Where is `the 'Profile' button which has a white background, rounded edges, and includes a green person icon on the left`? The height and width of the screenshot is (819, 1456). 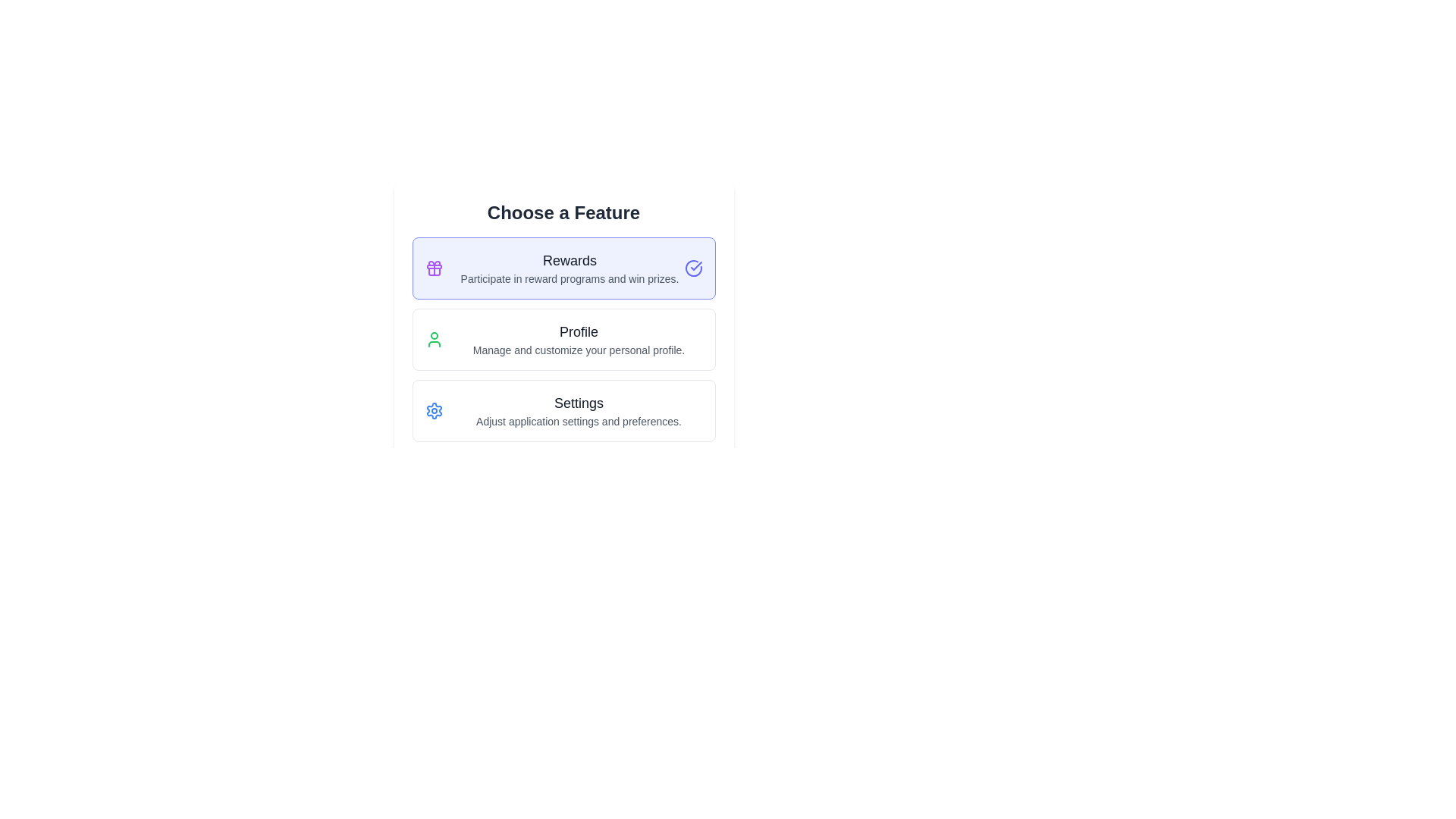 the 'Profile' button which has a white background, rounded edges, and includes a green person icon on the left is located at coordinates (563, 321).